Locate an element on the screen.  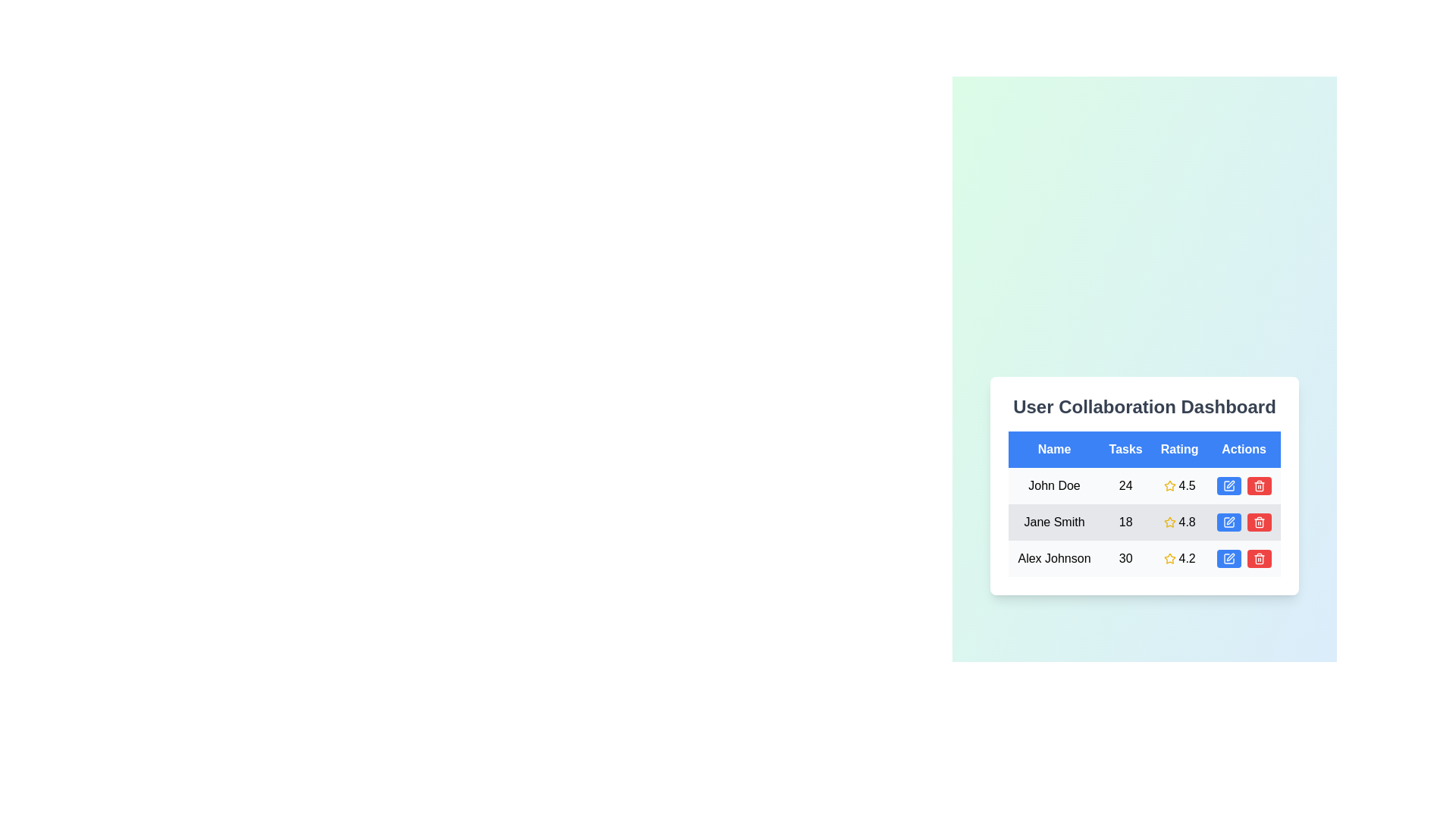
the Rating display for Alex Johnson, which consists of a yellow outlined star icon and the text '4.2' in bold font, located in the third row of the table under the 'Rating' column is located at coordinates (1178, 558).